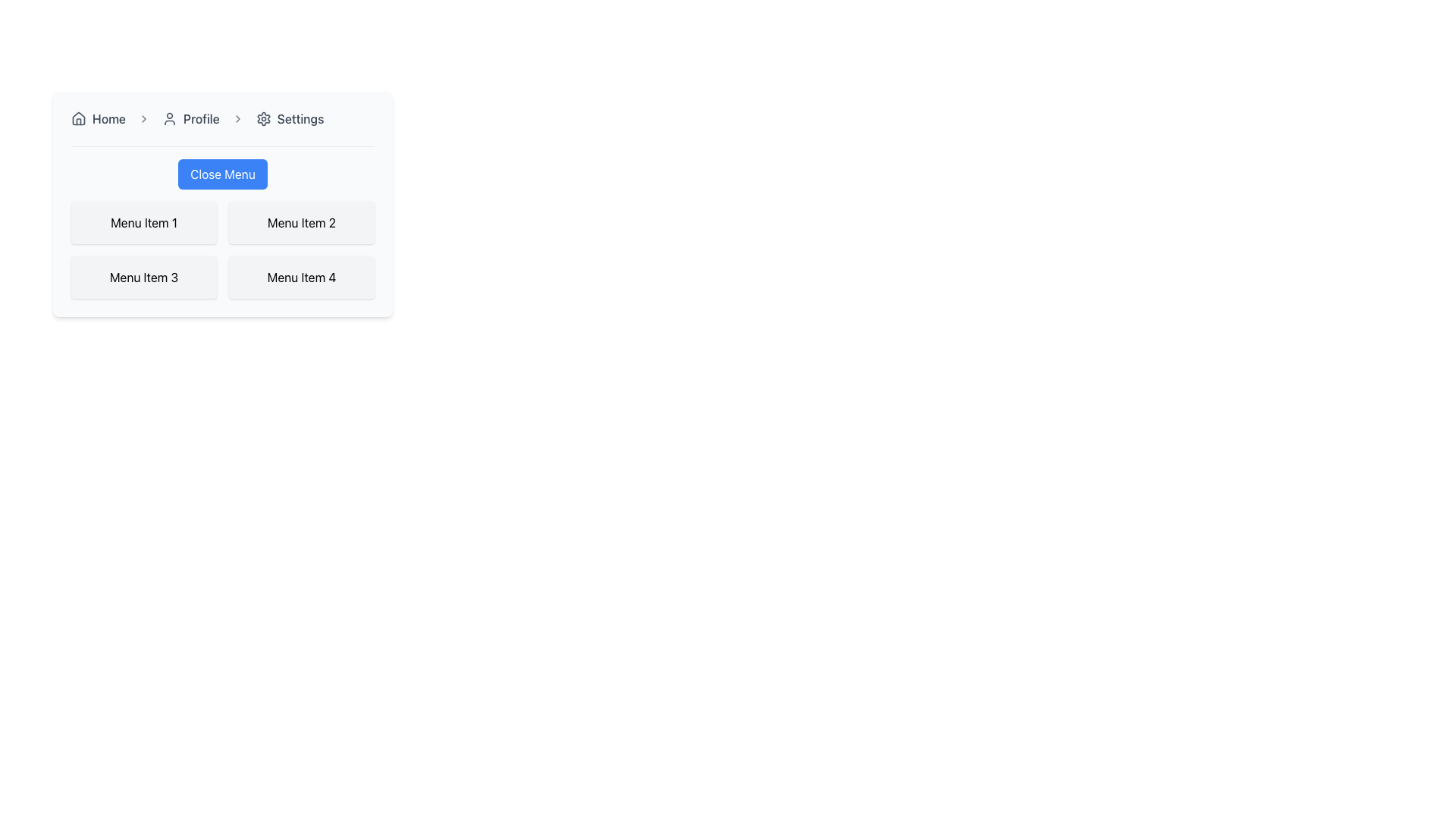  Describe the element at coordinates (78, 118) in the screenshot. I see `the house icon in the navigation bar` at that location.